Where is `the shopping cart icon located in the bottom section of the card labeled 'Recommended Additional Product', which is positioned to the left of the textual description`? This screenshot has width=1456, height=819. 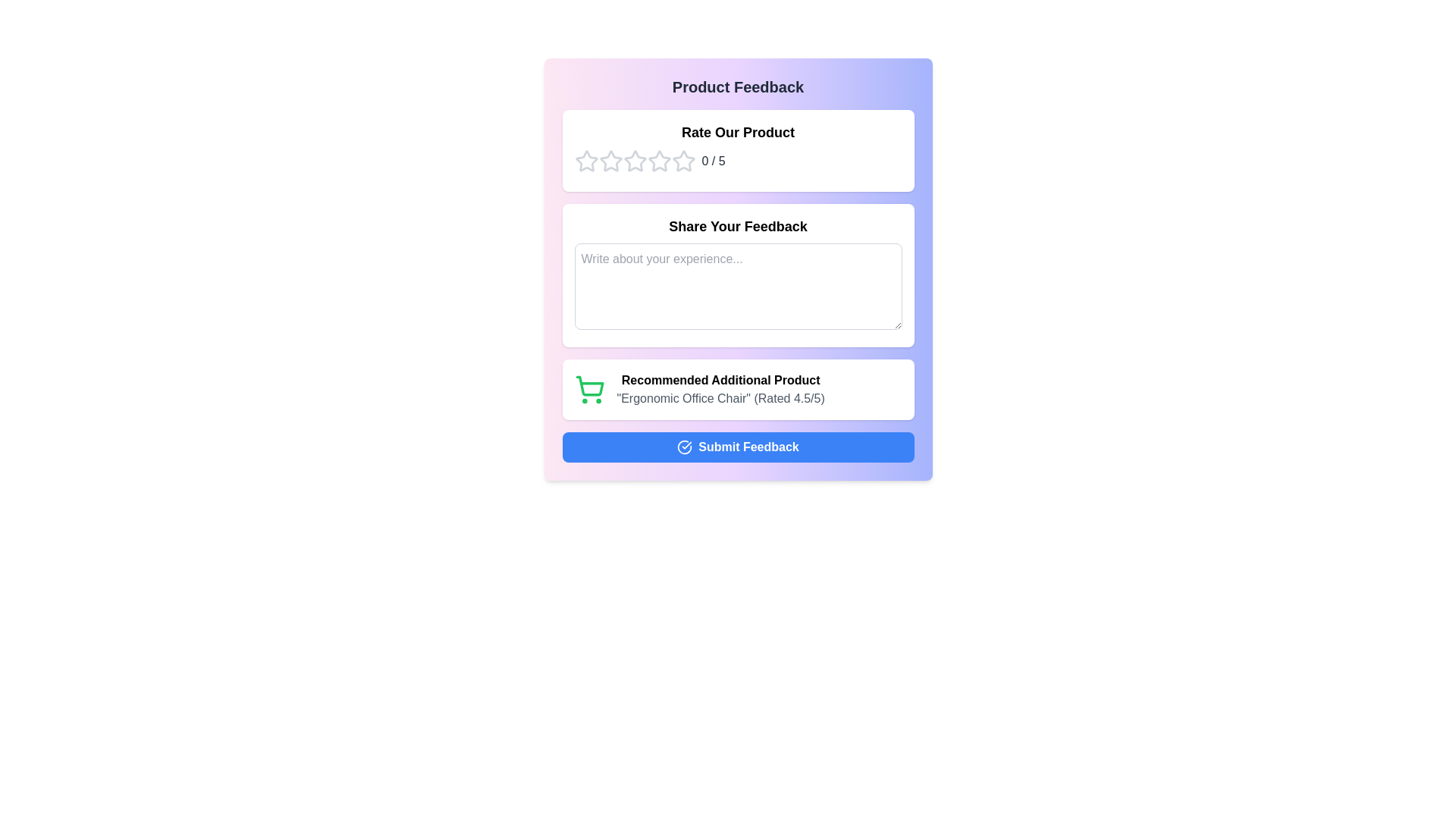
the shopping cart icon located in the bottom section of the card labeled 'Recommended Additional Product', which is positioned to the left of the textual description is located at coordinates (588, 388).